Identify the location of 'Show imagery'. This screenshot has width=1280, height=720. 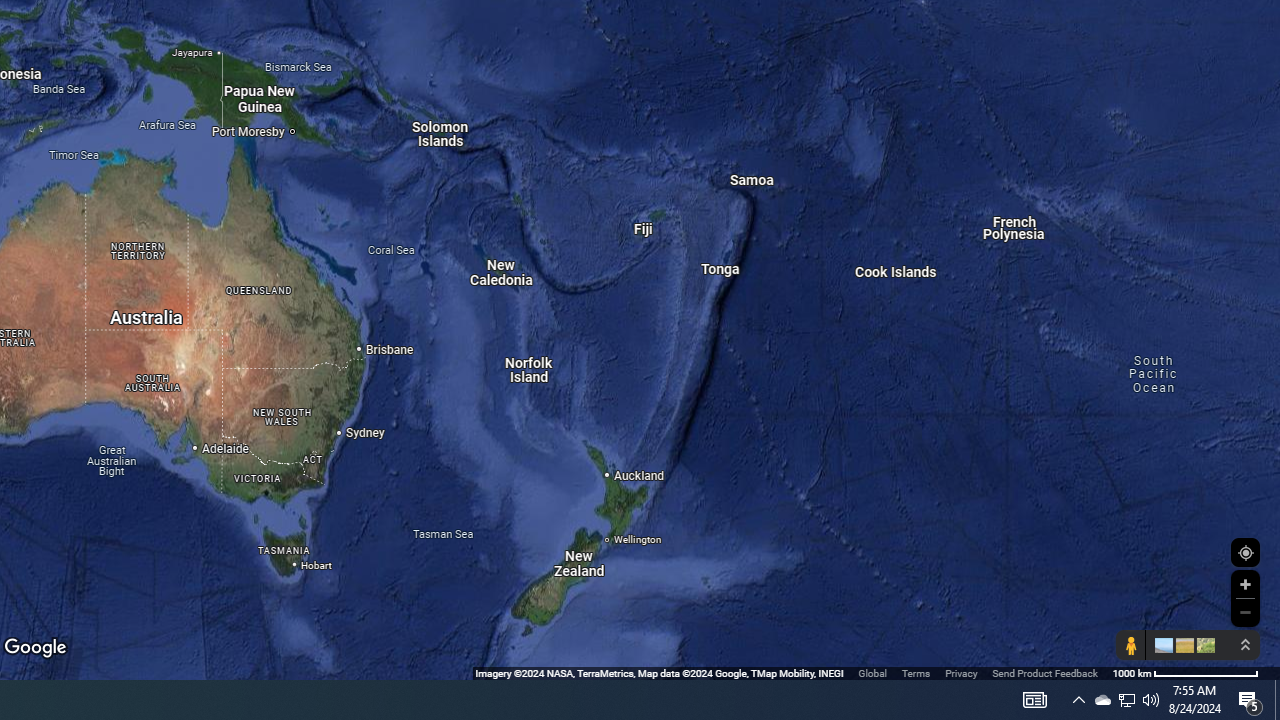
(1202, 645).